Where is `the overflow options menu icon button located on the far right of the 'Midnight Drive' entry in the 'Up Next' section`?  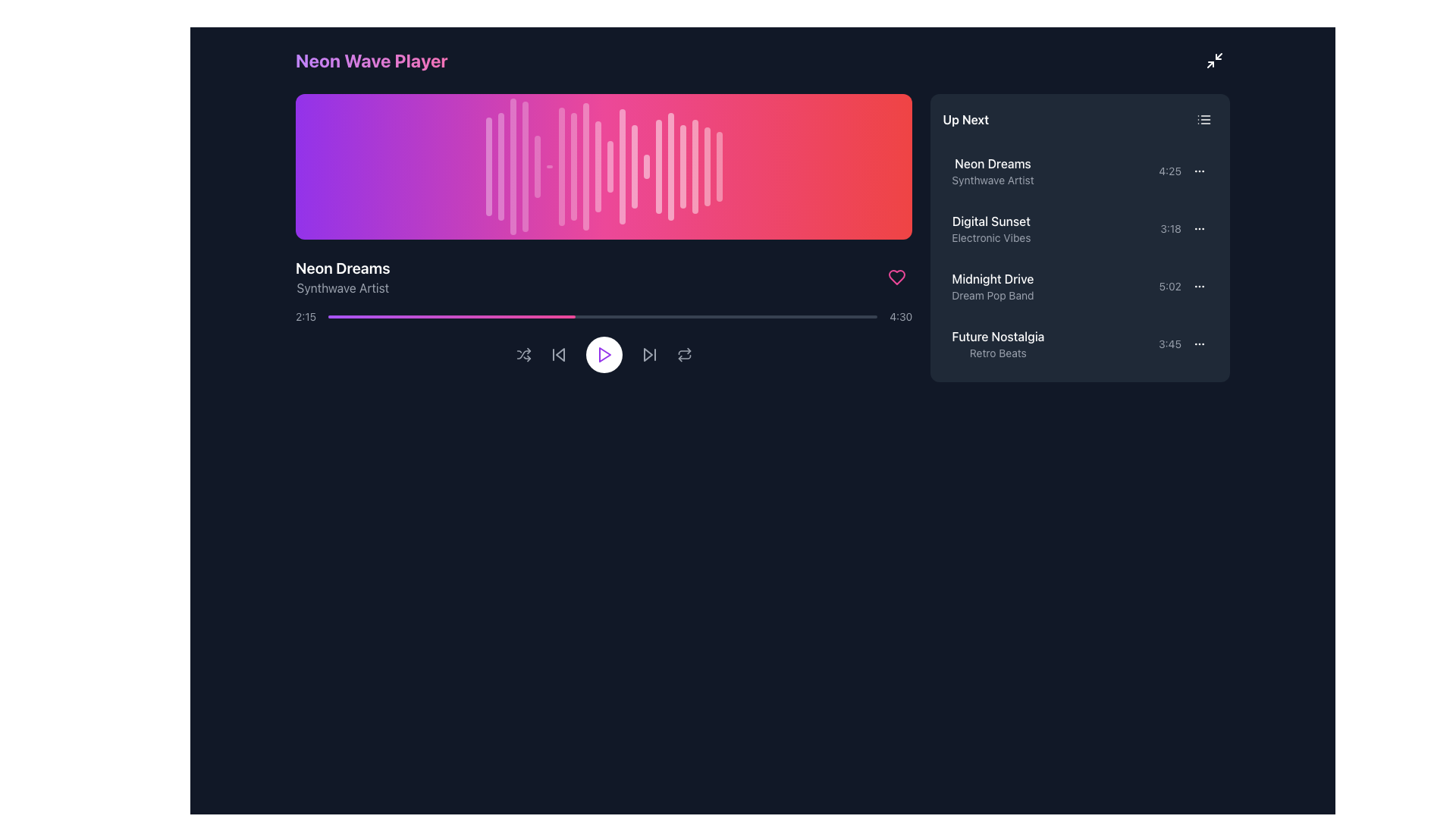
the overflow options menu icon button located on the far right of the 'Midnight Drive' entry in the 'Up Next' section is located at coordinates (1198, 287).